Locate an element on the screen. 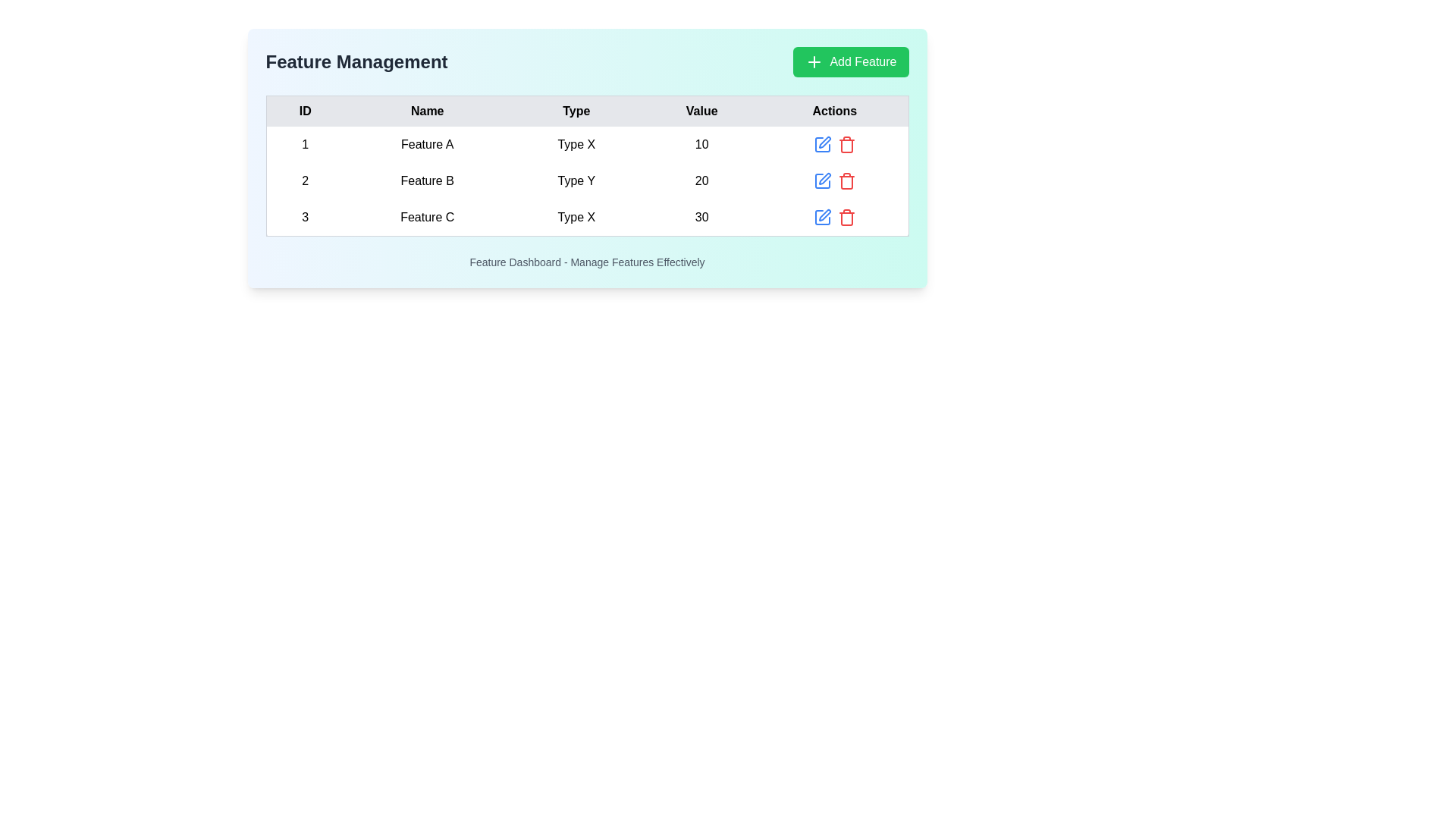 This screenshot has height=819, width=1456. the pencil-shaped icon in the 'Actions' column of the second row is located at coordinates (824, 177).